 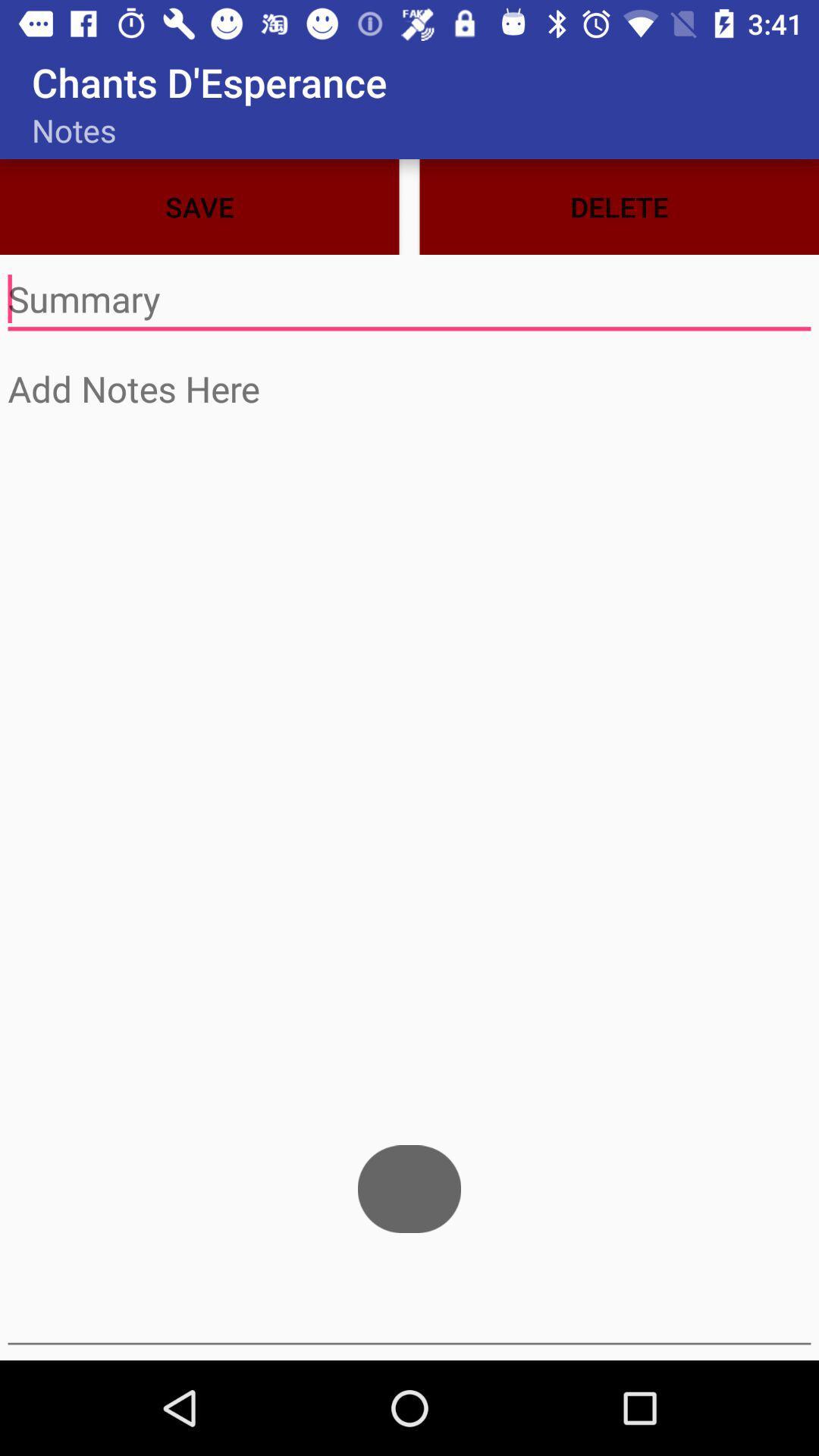 I want to click on screen page, so click(x=409, y=852).